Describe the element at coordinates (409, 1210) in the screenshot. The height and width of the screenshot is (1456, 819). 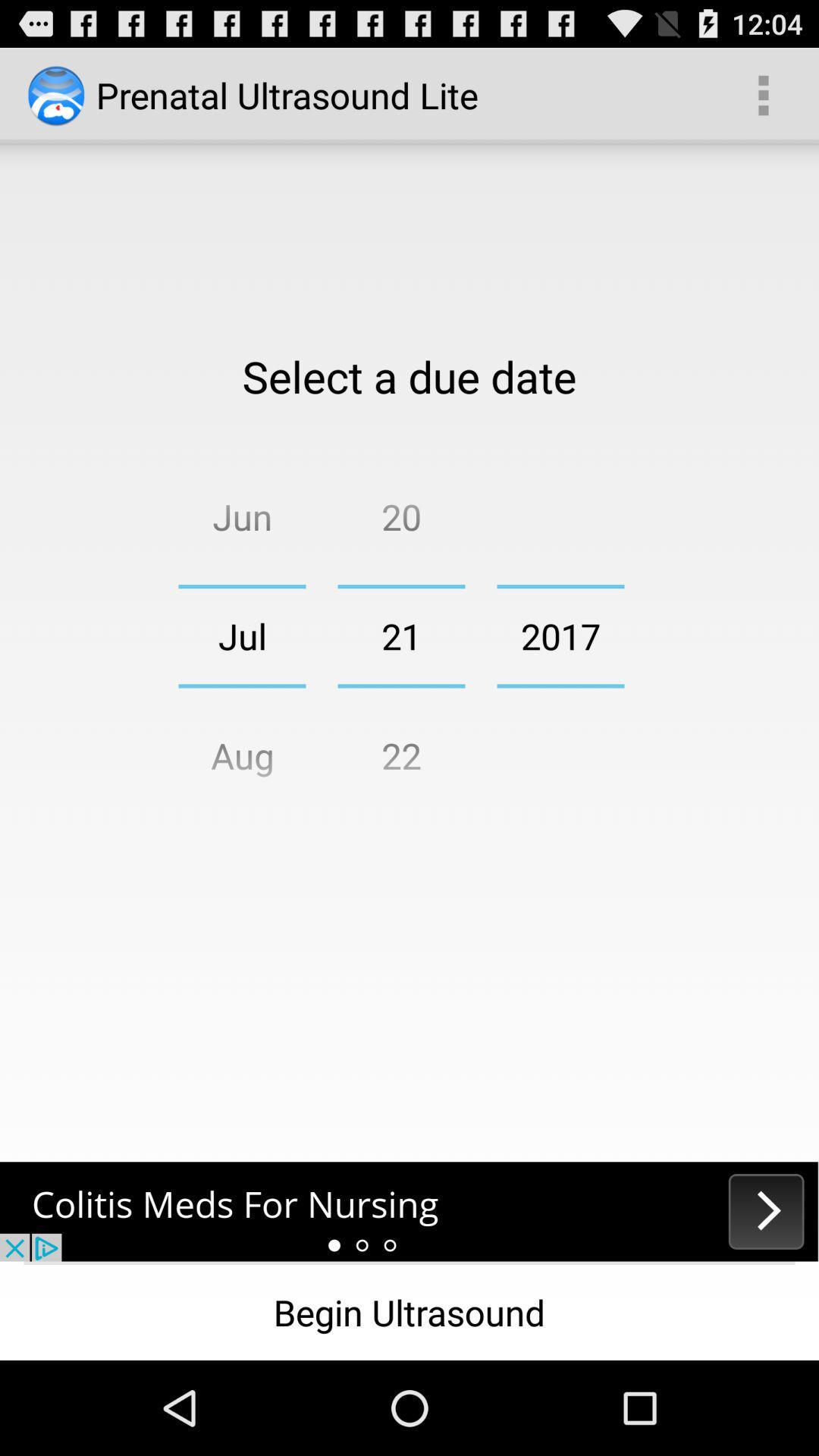
I see `open advertisement` at that location.